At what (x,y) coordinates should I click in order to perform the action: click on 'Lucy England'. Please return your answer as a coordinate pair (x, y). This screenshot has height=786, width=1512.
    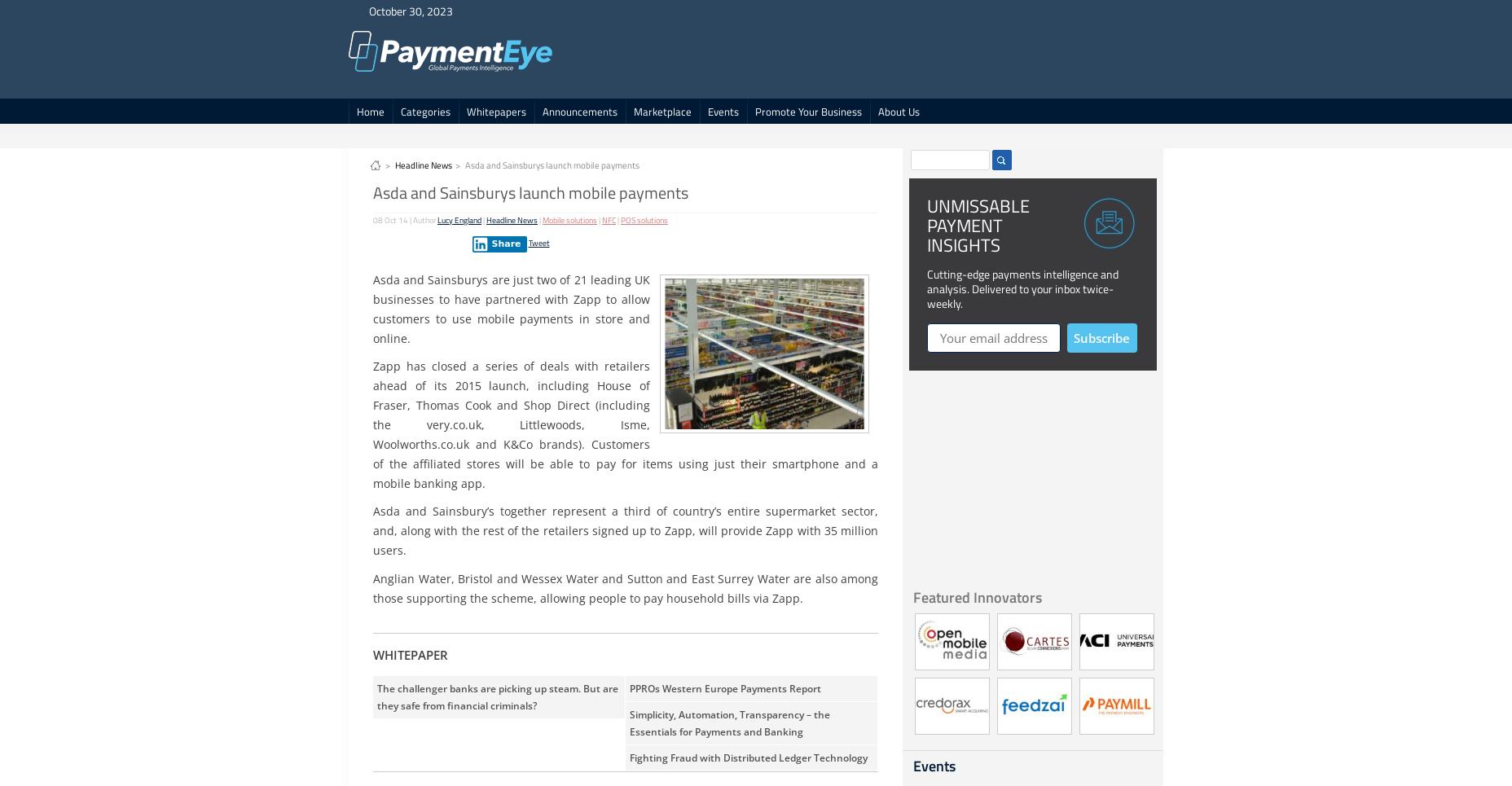
    Looking at the image, I should click on (459, 220).